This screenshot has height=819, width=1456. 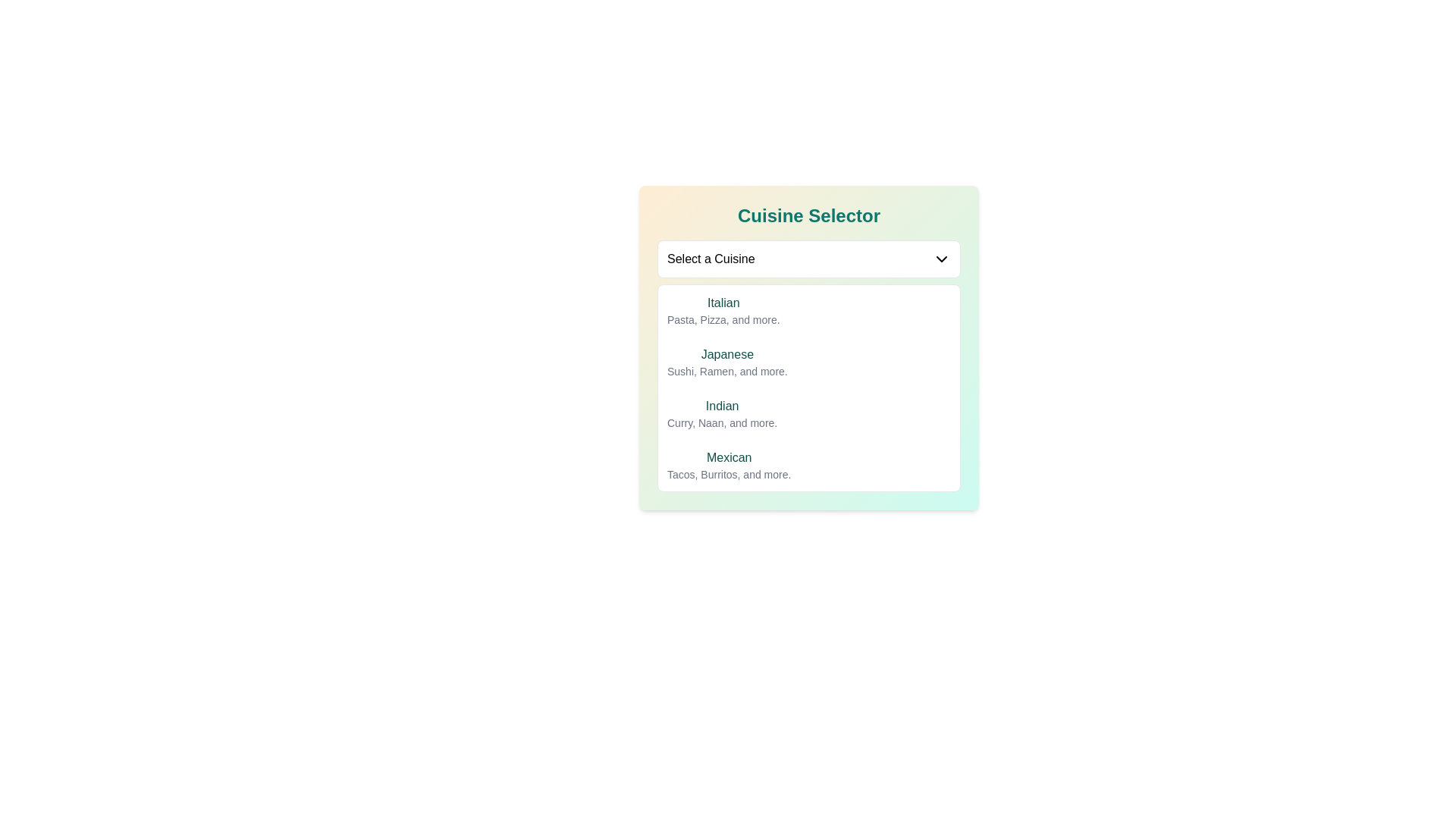 What do you see at coordinates (808, 348) in the screenshot?
I see `the 'Japanese' option in the 'Select a Cuisine' dropdown menu` at bounding box center [808, 348].